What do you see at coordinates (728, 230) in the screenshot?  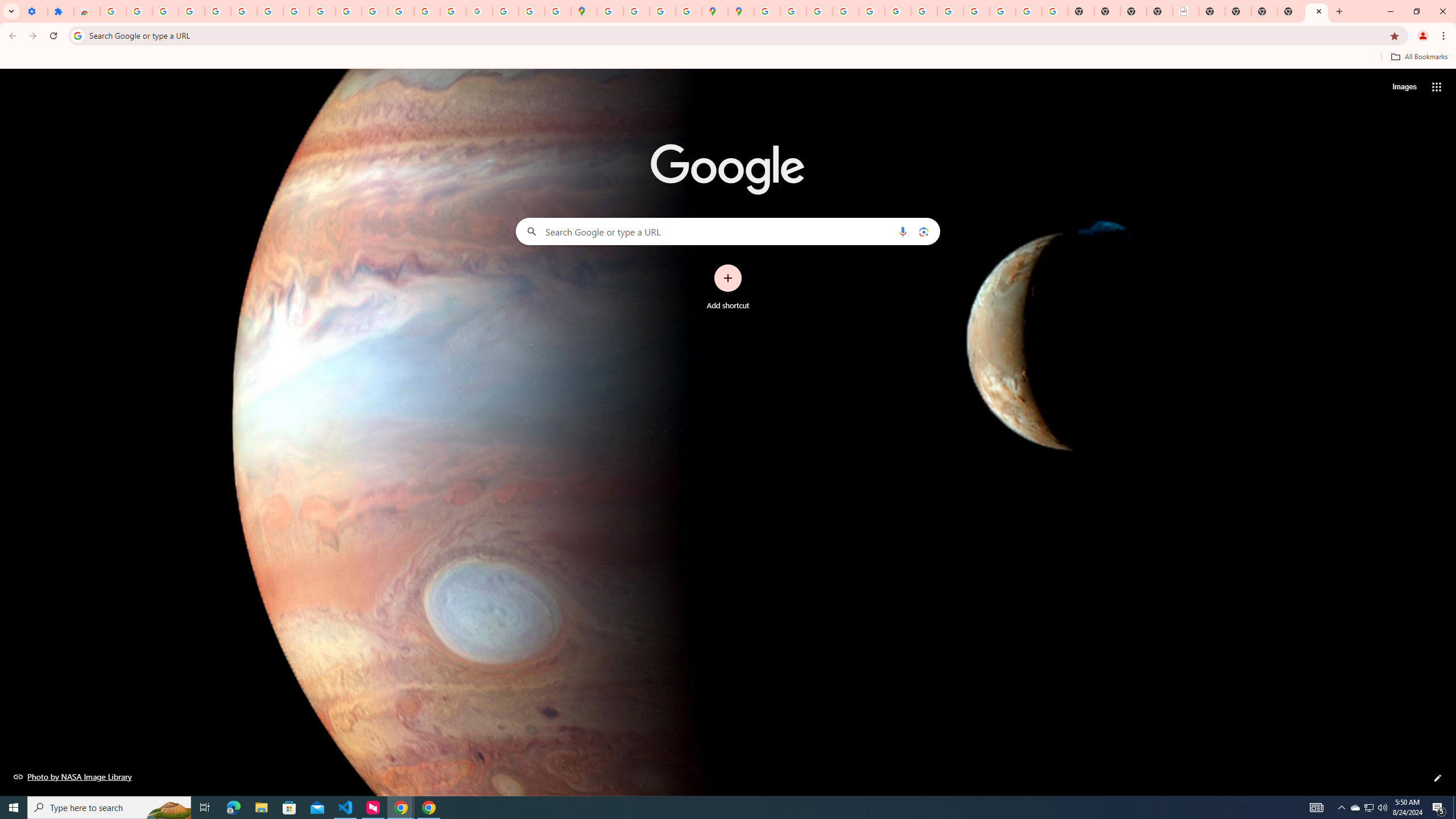 I see `'Search Google or type a URL'` at bounding box center [728, 230].